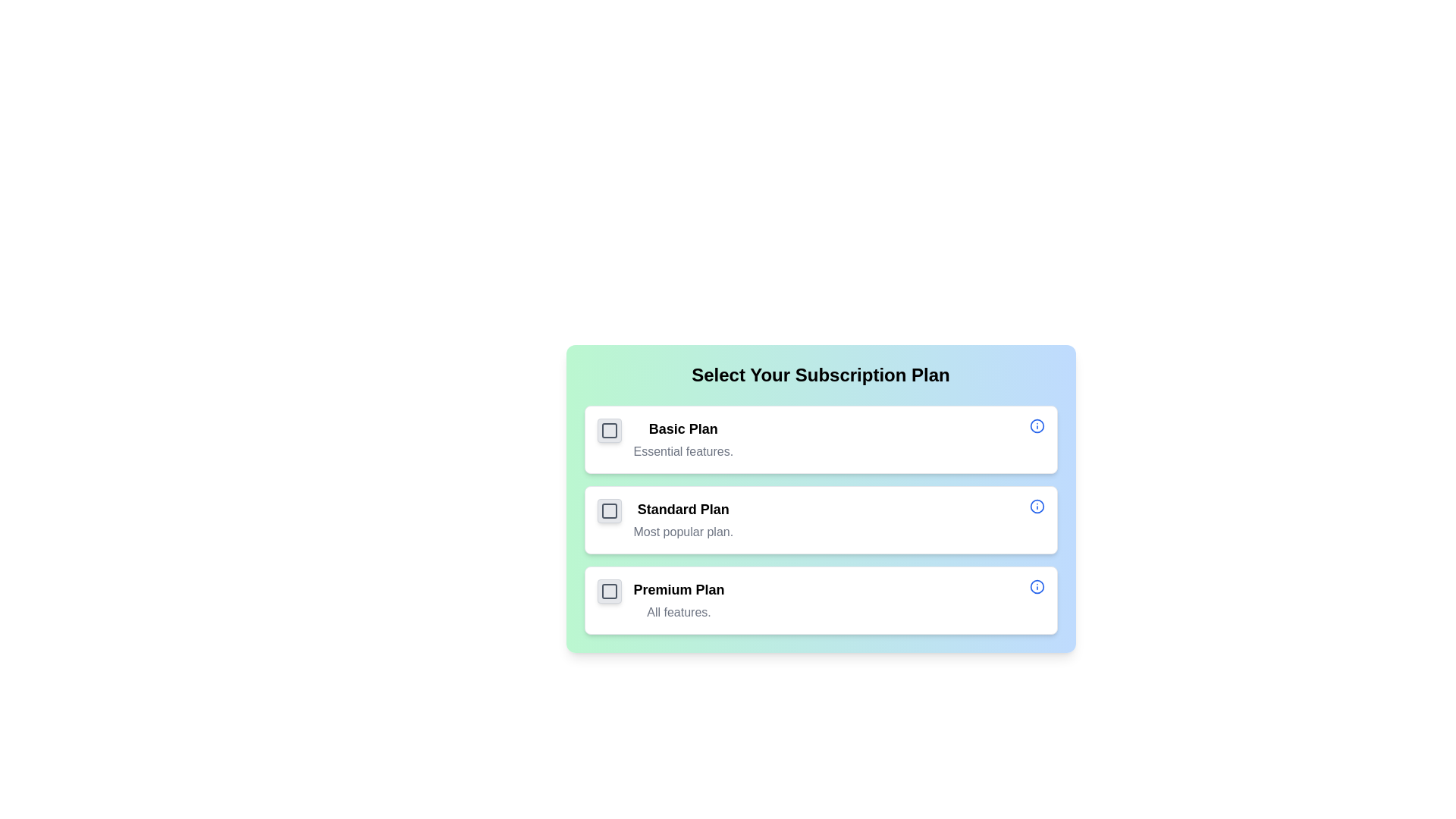 The width and height of the screenshot is (1456, 819). Describe the element at coordinates (678, 599) in the screenshot. I see `the 'Premium Plan' text label located in the third card of the subscription options, positioned below the 'Standard Plan' card in the 'Select Your Subscription Plan' section` at that location.